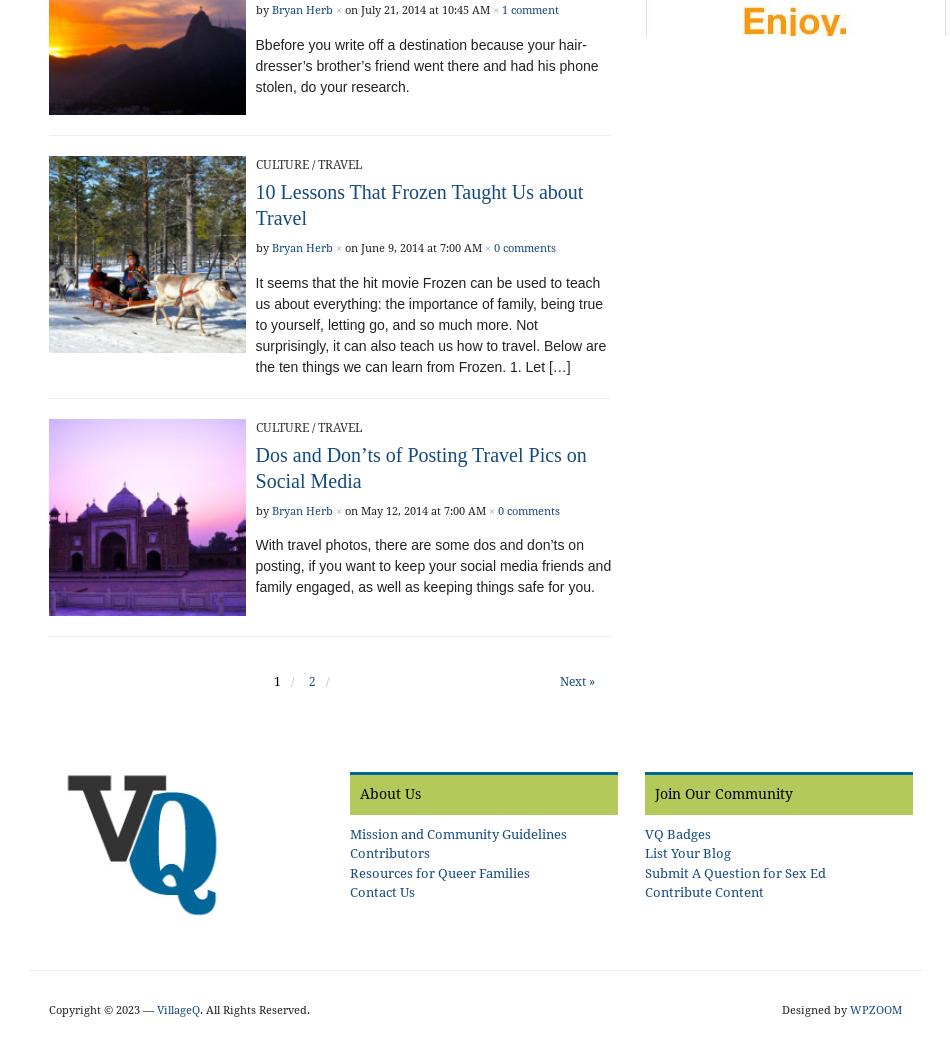 The image size is (950, 1053). Describe the element at coordinates (253, 1008) in the screenshot. I see `'. All Rights Reserved.'` at that location.